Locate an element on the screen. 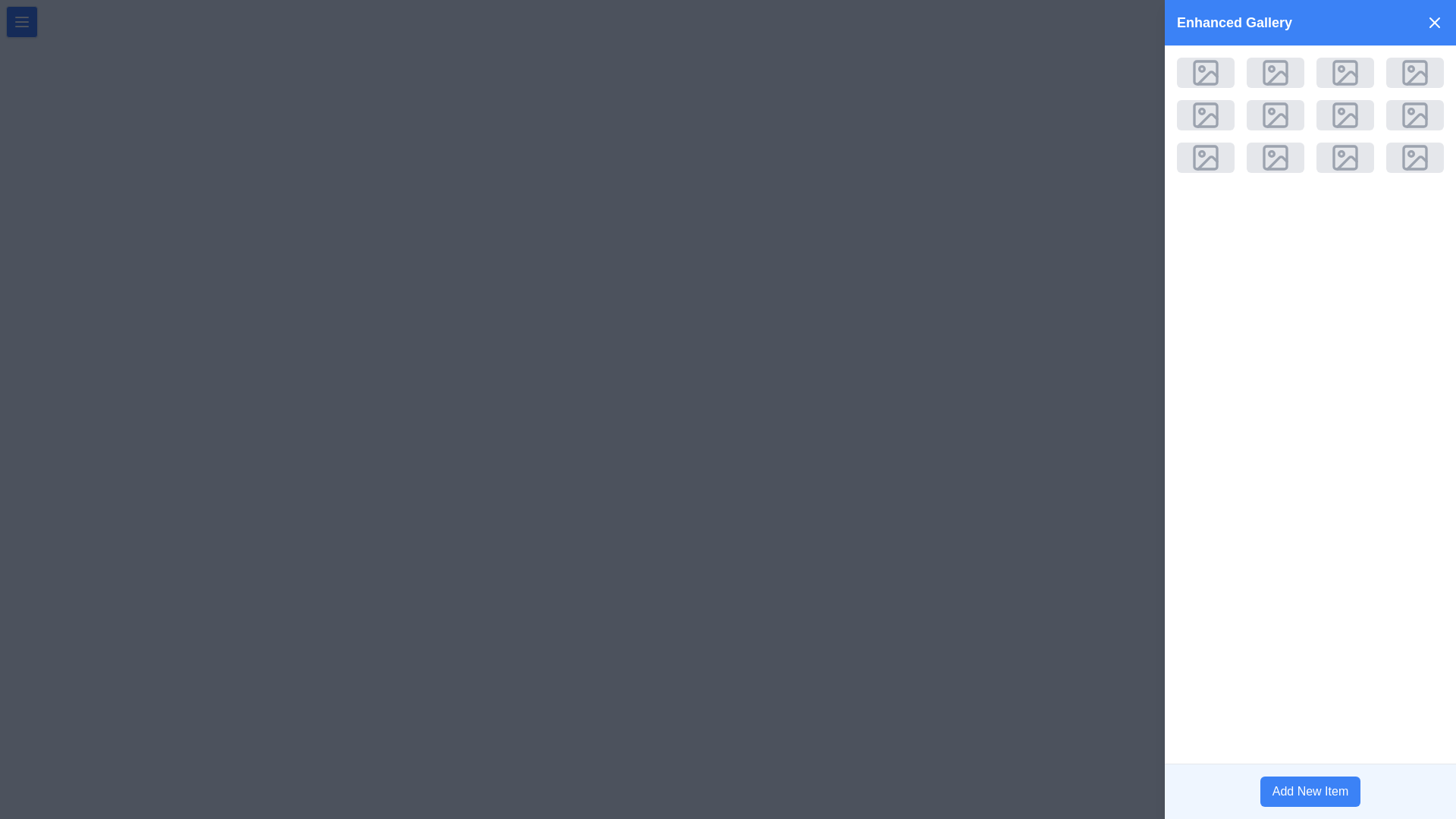 The width and height of the screenshot is (1456, 819). the button is located at coordinates (1274, 73).